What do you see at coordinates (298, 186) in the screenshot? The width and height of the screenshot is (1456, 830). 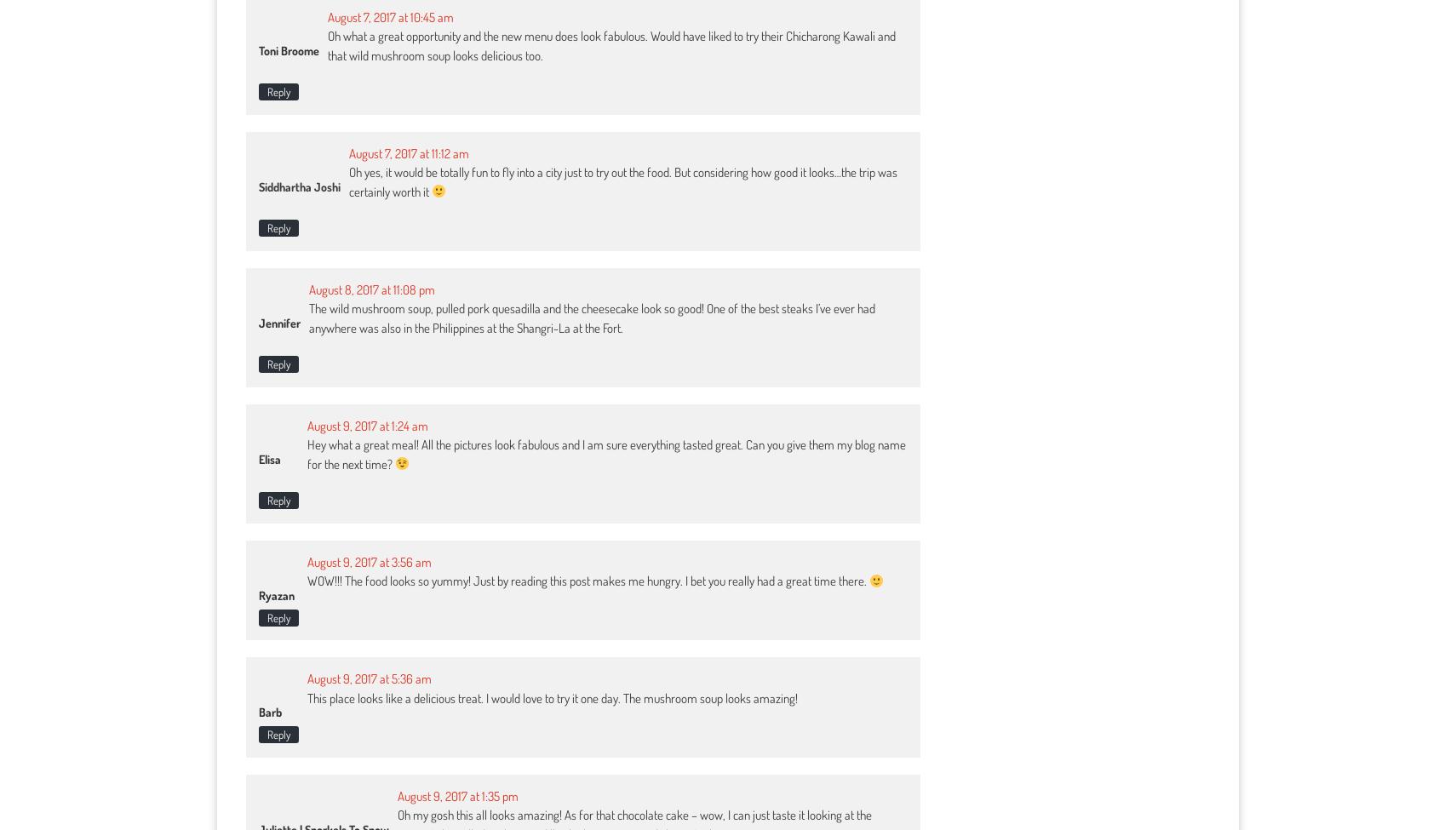 I see `'Siddhartha Joshi'` at bounding box center [298, 186].